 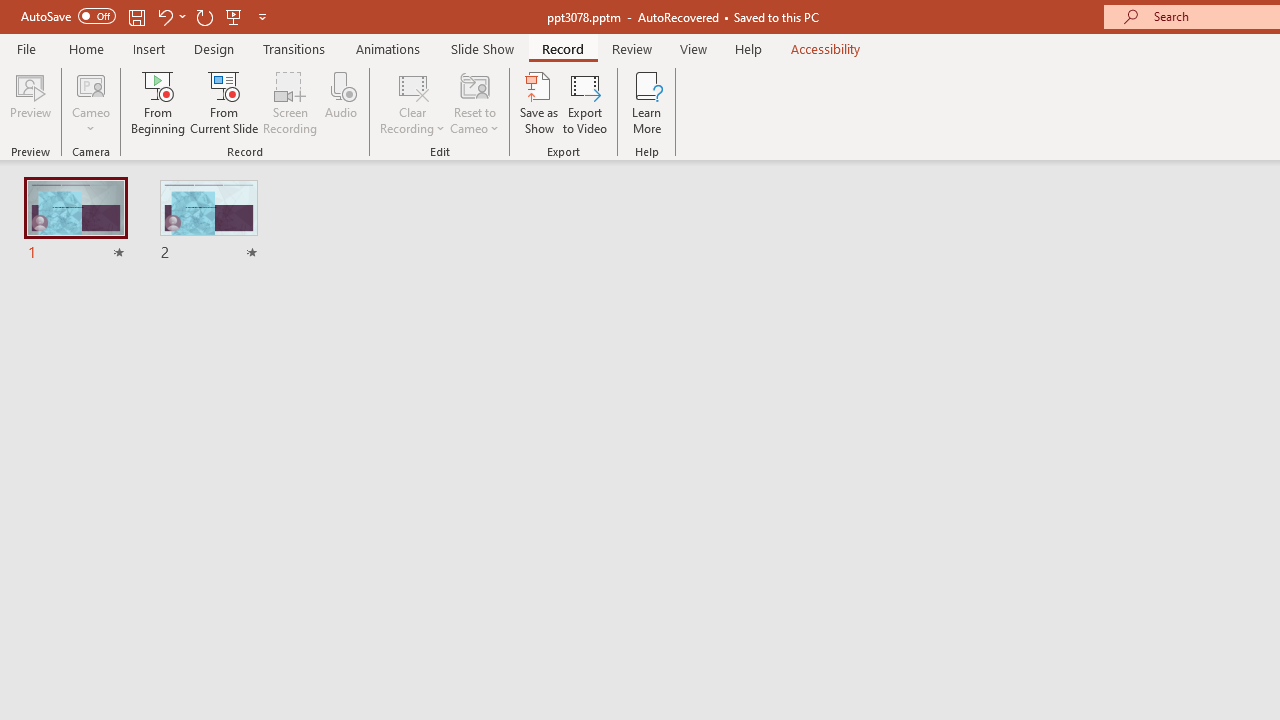 I want to click on 'Save as Show', so click(x=539, y=103).